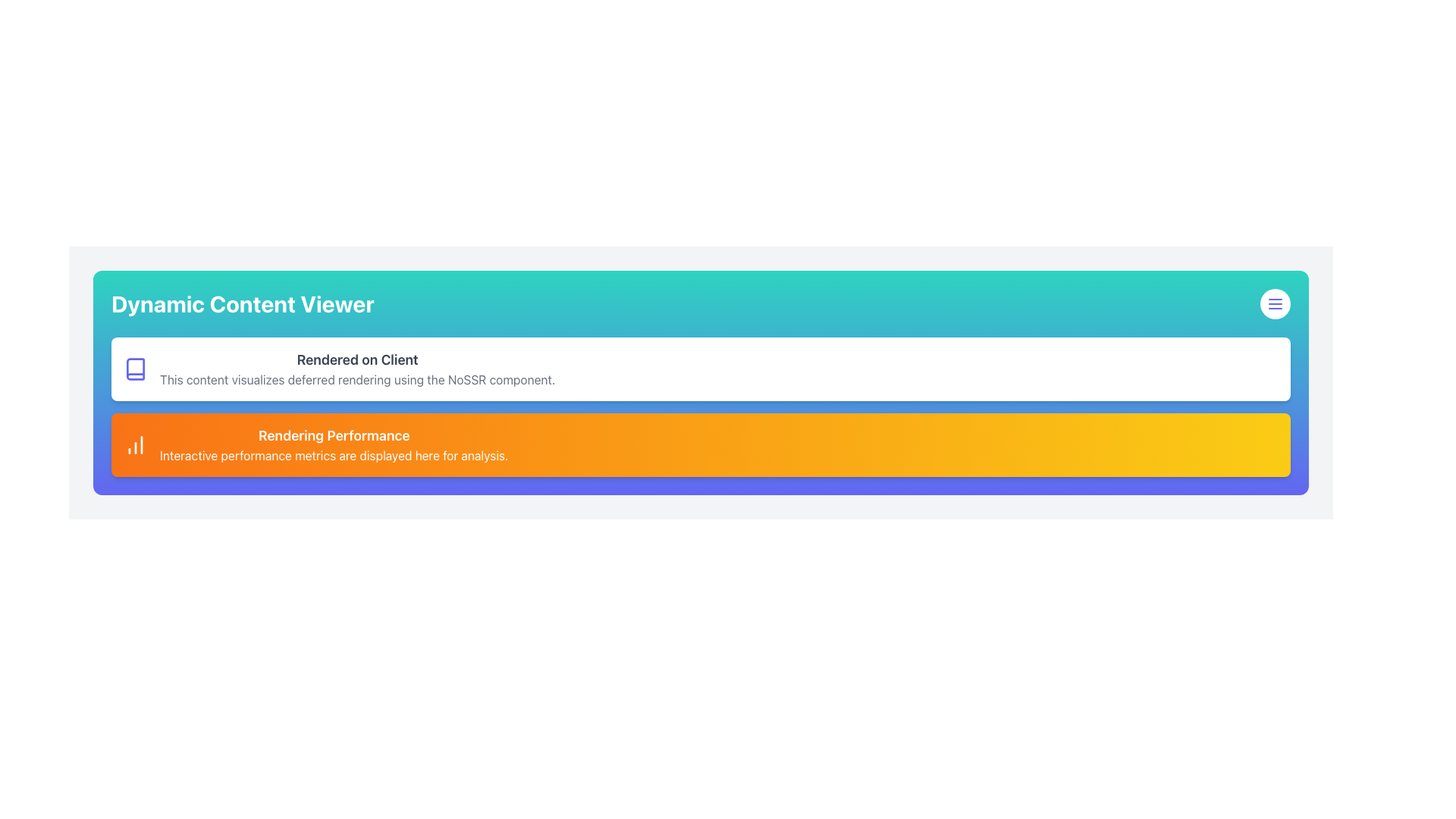 This screenshot has width=1456, height=819. I want to click on the circular button with a white background and indigo text, featuring a menu icon, located in the top-right corner of the 'Dynamic Content Viewer' section, so click(1274, 304).